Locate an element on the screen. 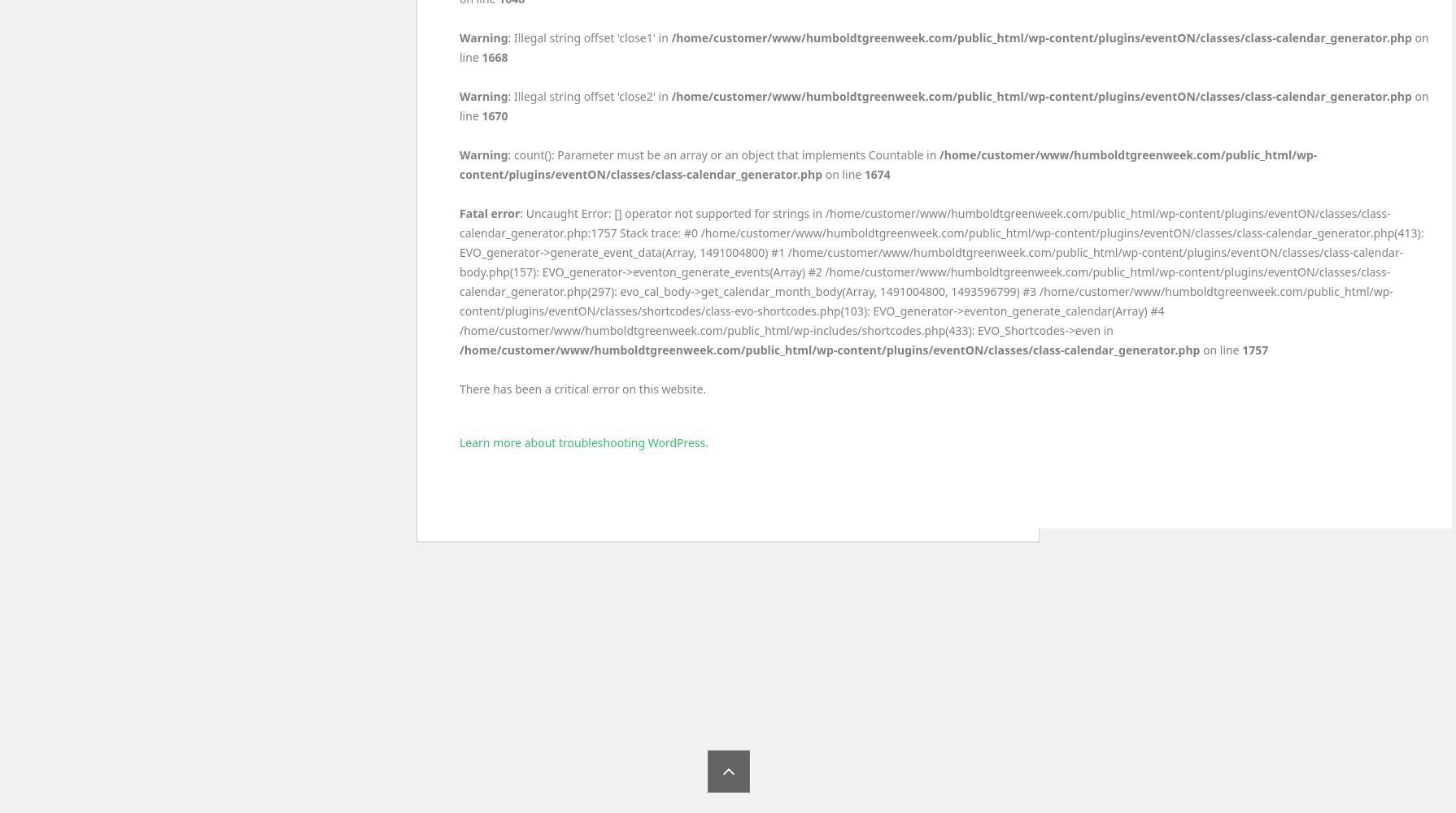 Image resolution: width=1456 pixels, height=813 pixels. '1674' is located at coordinates (864, 173).